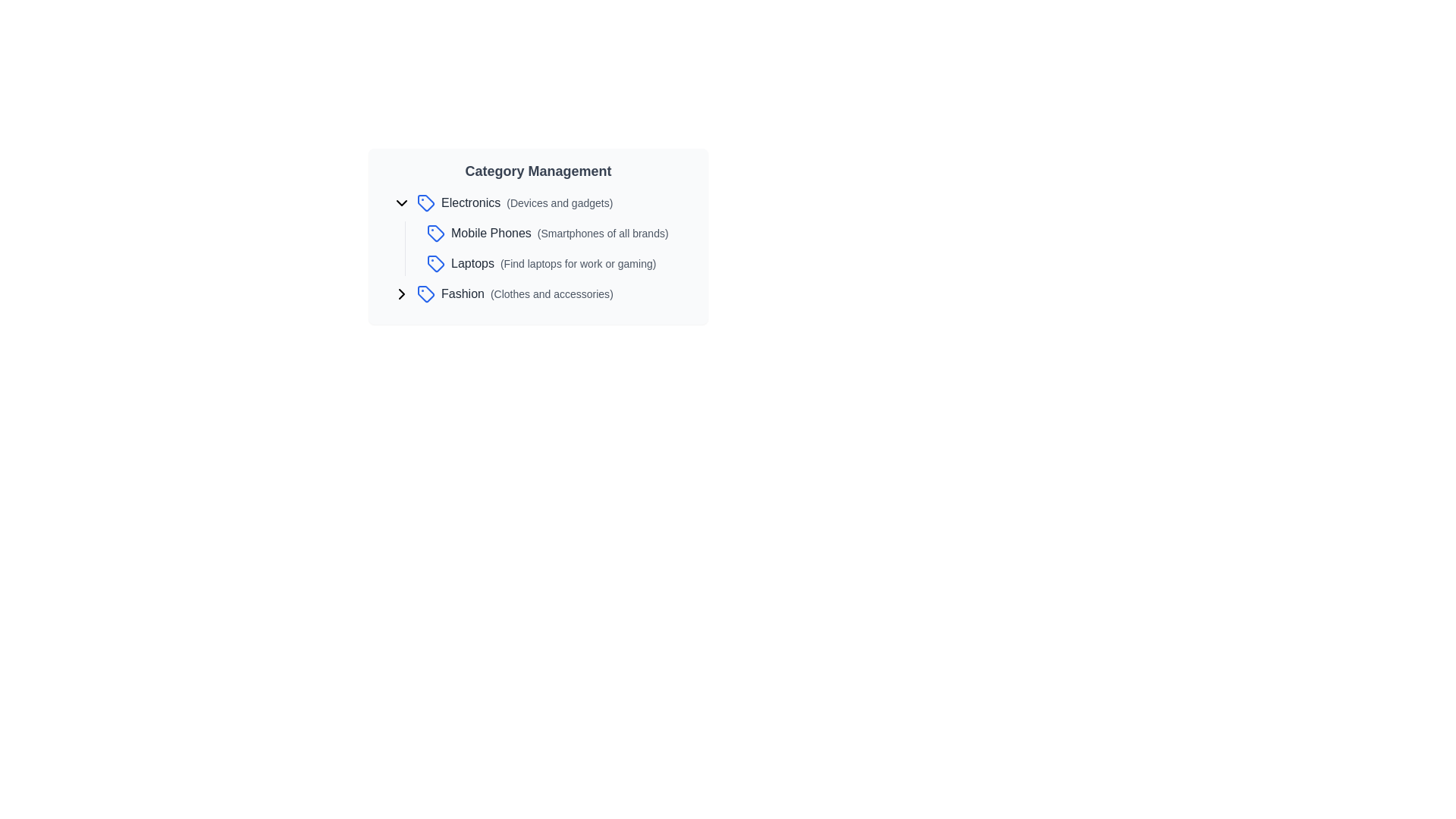 The height and width of the screenshot is (819, 1456). What do you see at coordinates (425, 294) in the screenshot?
I see `the 'Fashion' category icon, which serves as a visual indicator for the fashion category in the hierarchical list` at bounding box center [425, 294].